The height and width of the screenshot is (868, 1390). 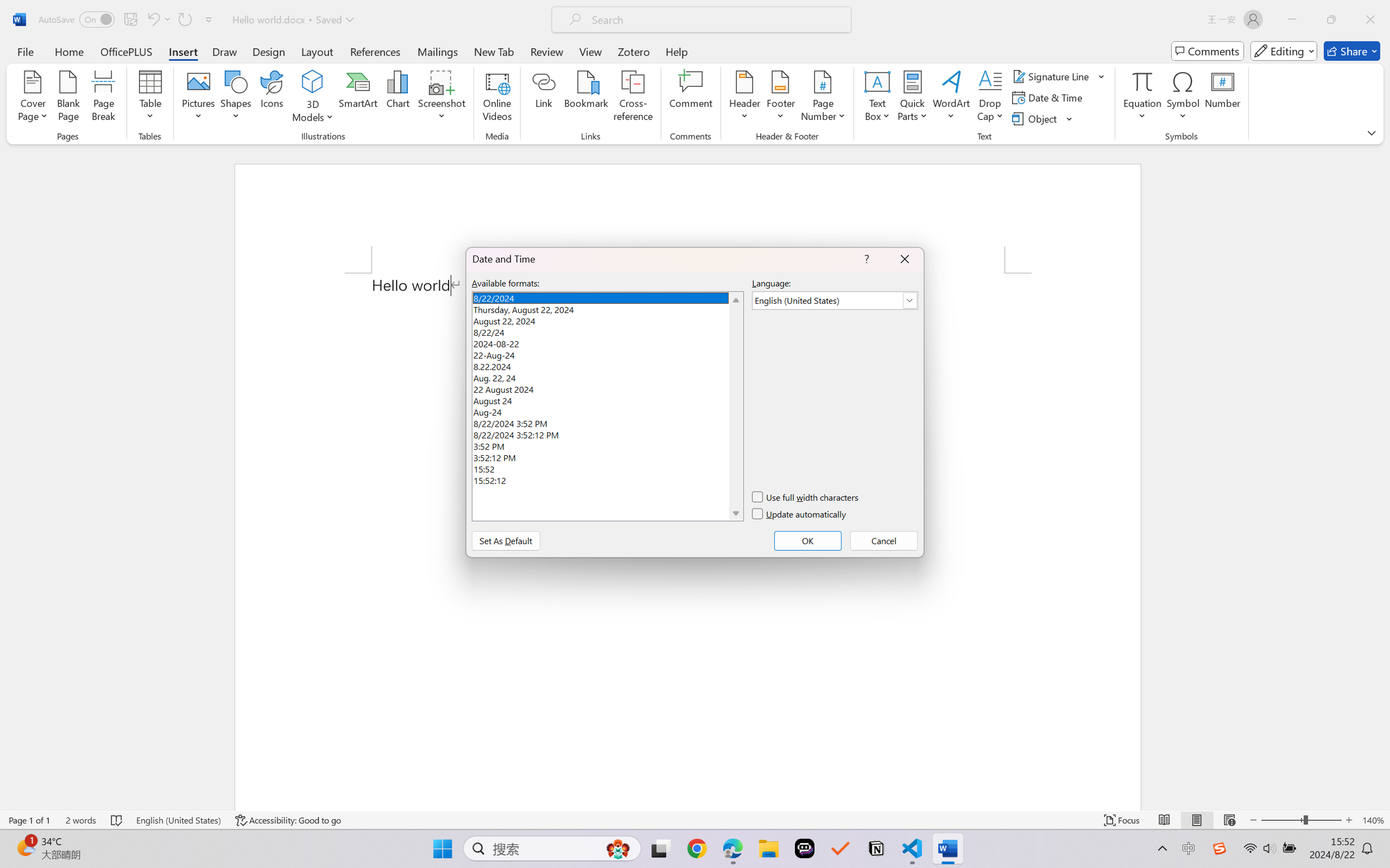 I want to click on 'Comment', so click(x=690, y=98).